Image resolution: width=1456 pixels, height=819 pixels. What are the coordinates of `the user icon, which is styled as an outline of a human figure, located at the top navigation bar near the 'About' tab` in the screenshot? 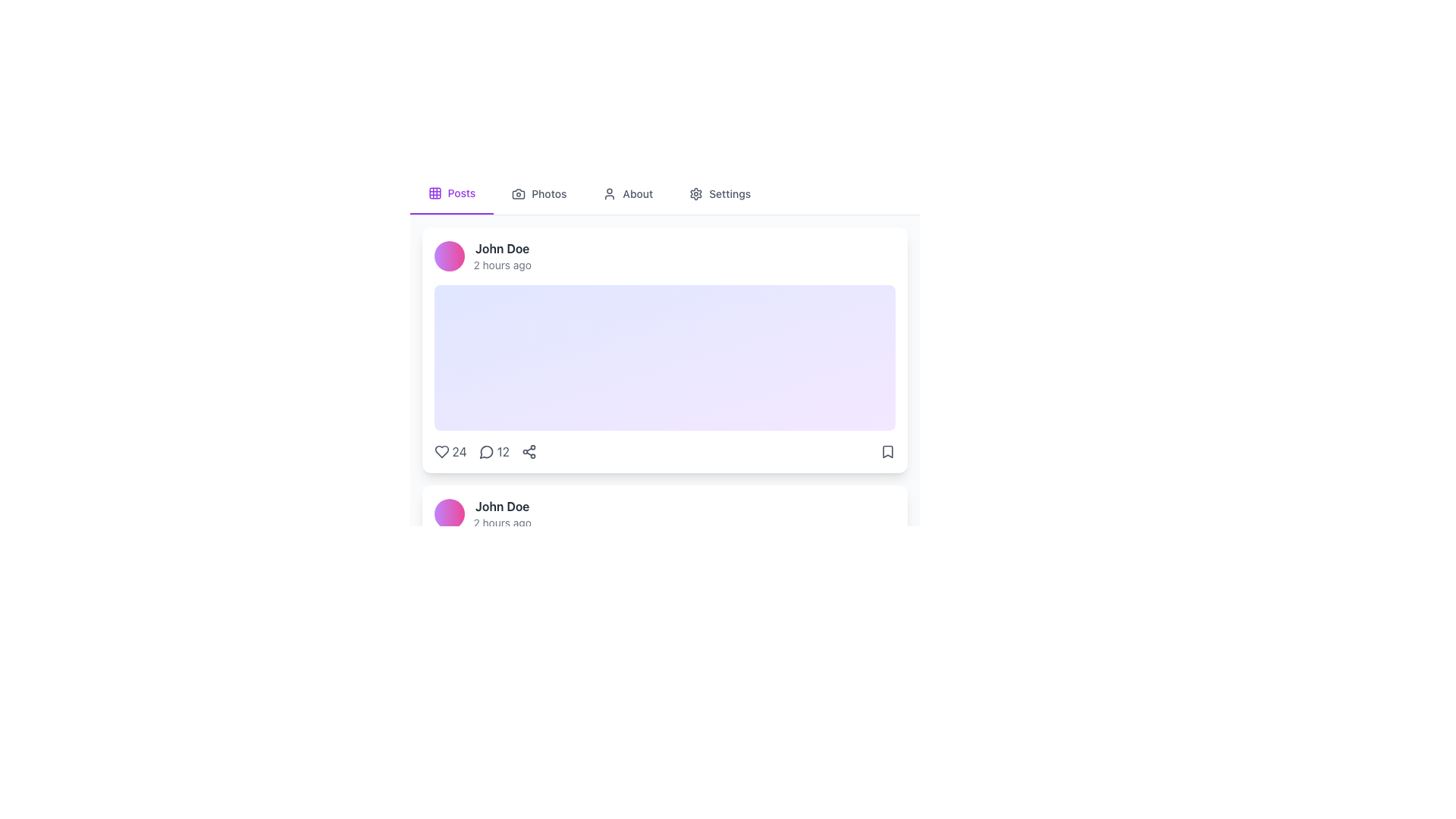 It's located at (610, 193).